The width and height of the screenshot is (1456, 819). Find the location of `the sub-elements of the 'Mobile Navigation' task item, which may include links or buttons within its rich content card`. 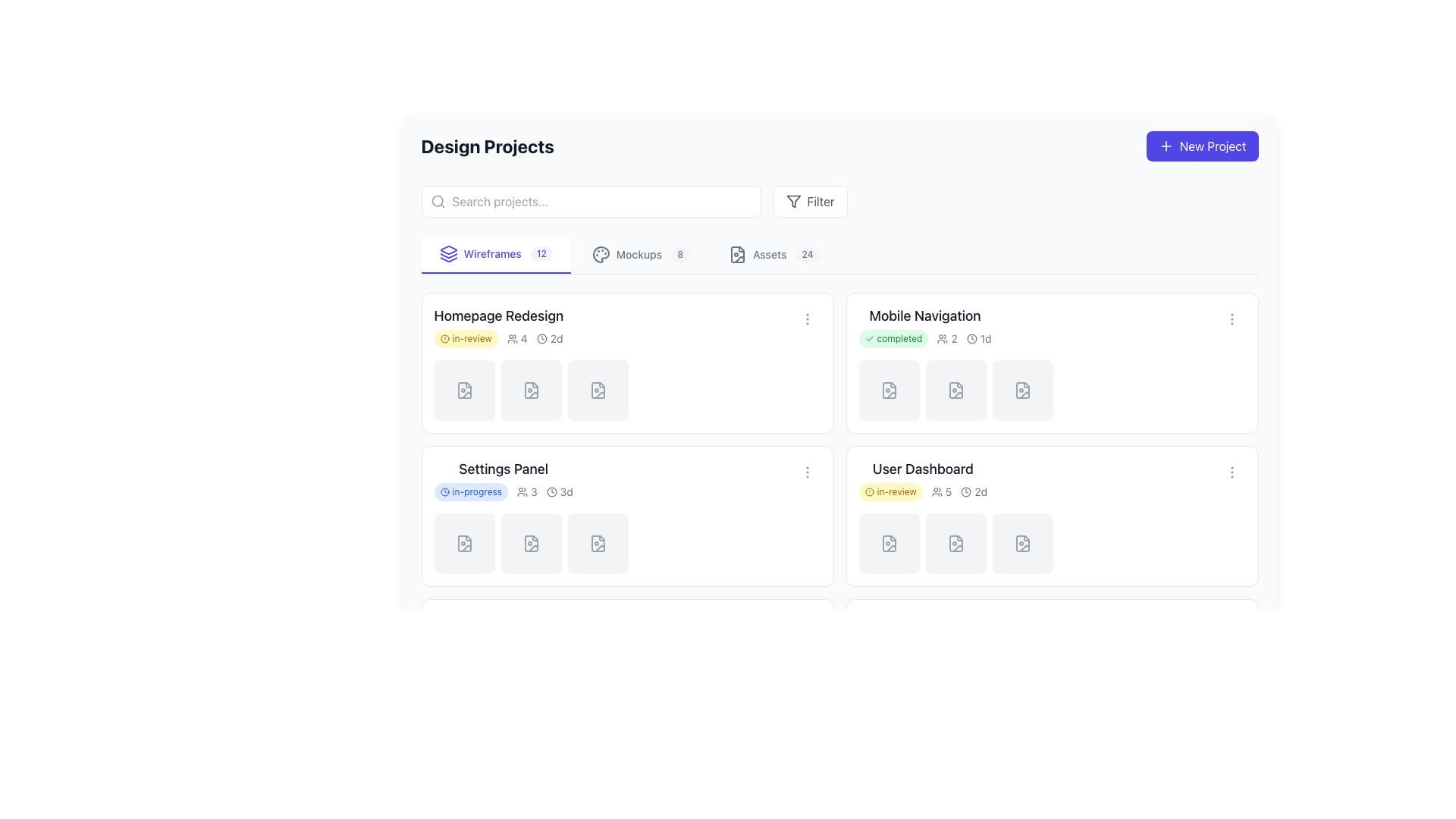

the sub-elements of the 'Mobile Navigation' task item, which may include links or buttons within its rich content card is located at coordinates (924, 326).